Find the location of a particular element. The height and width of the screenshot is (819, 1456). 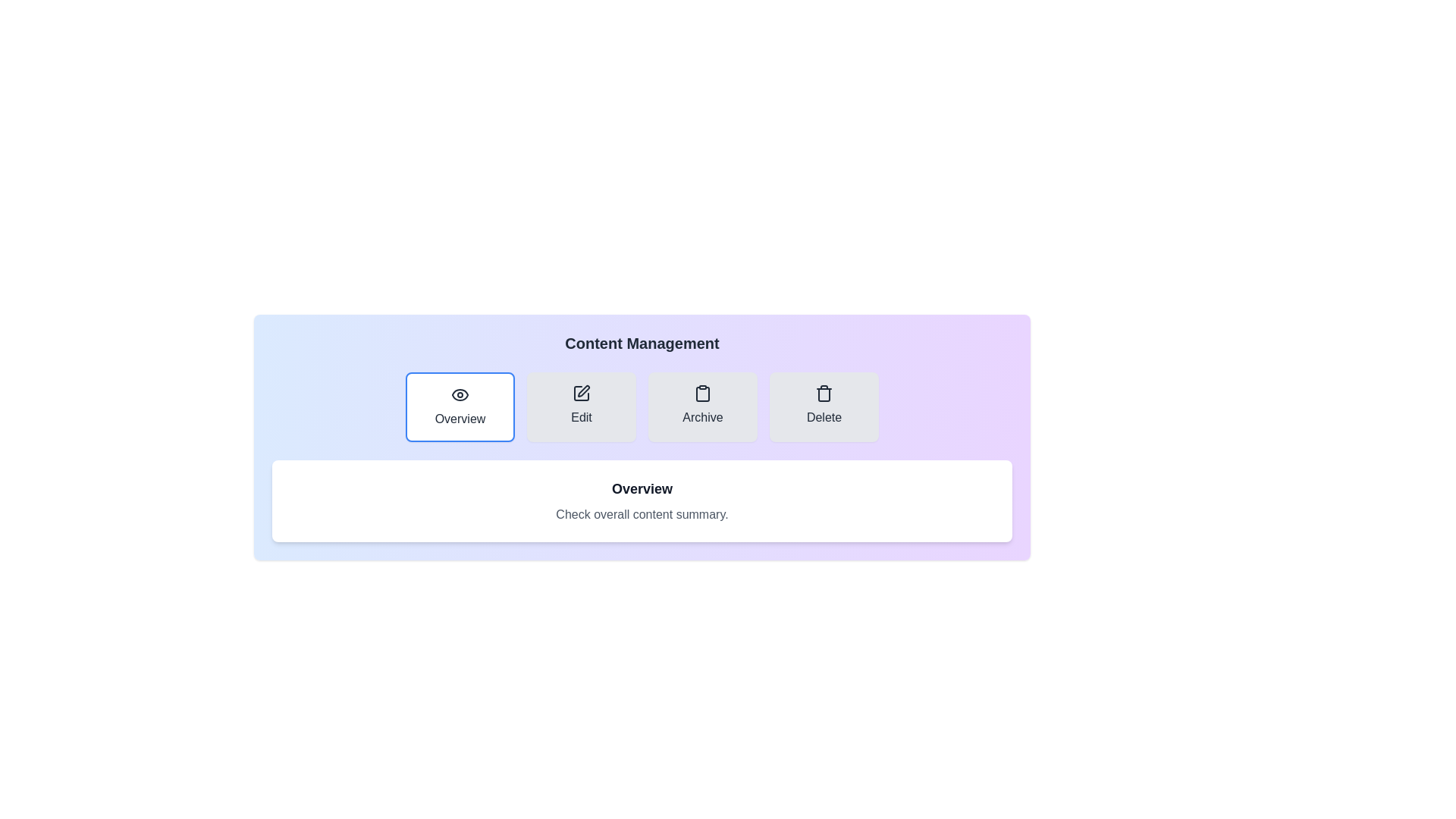

the tab labeled Edit to preview its interaction effect is located at coordinates (581, 406).